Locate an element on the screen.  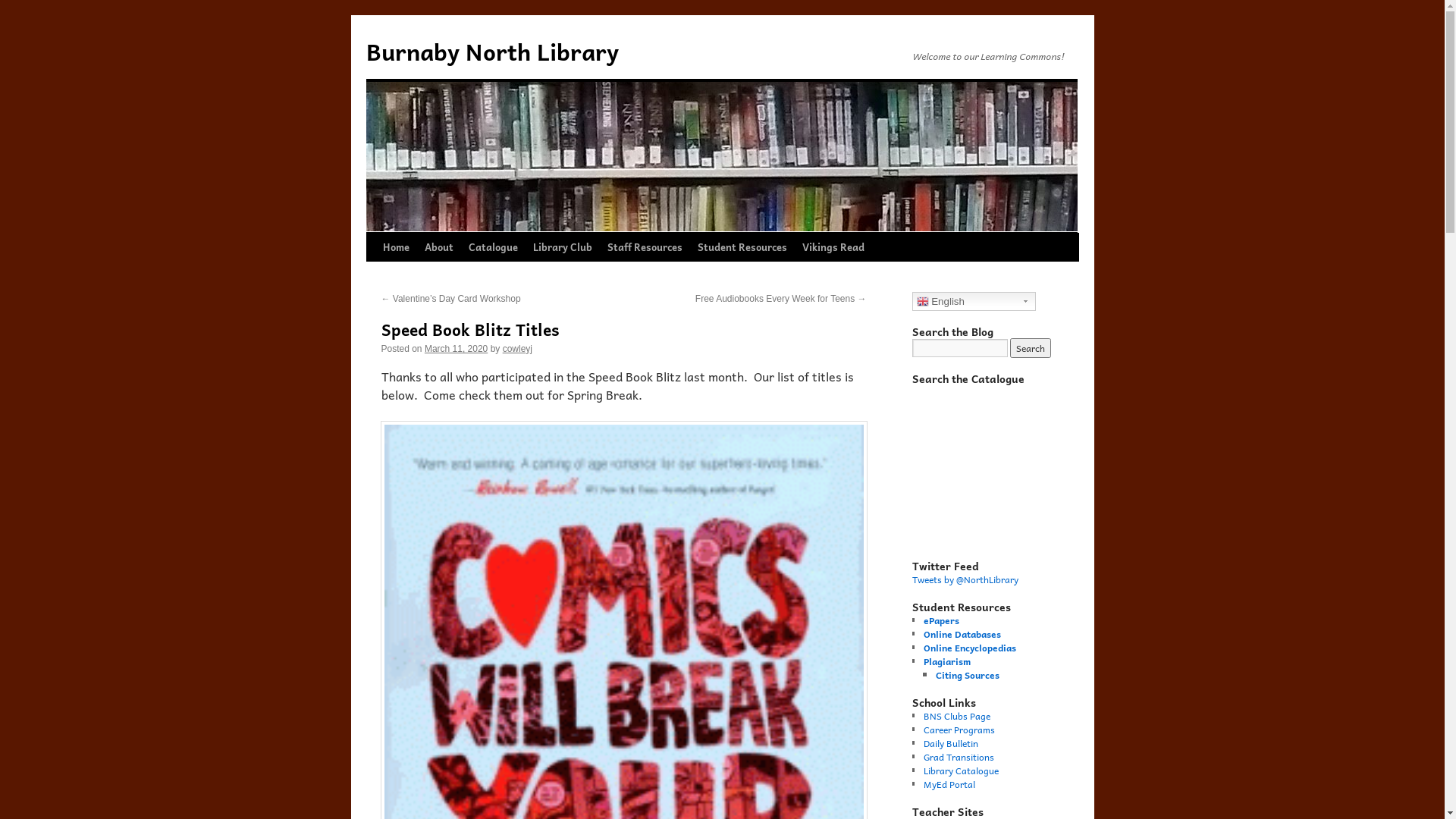
'Home' is located at coordinates (395, 246).